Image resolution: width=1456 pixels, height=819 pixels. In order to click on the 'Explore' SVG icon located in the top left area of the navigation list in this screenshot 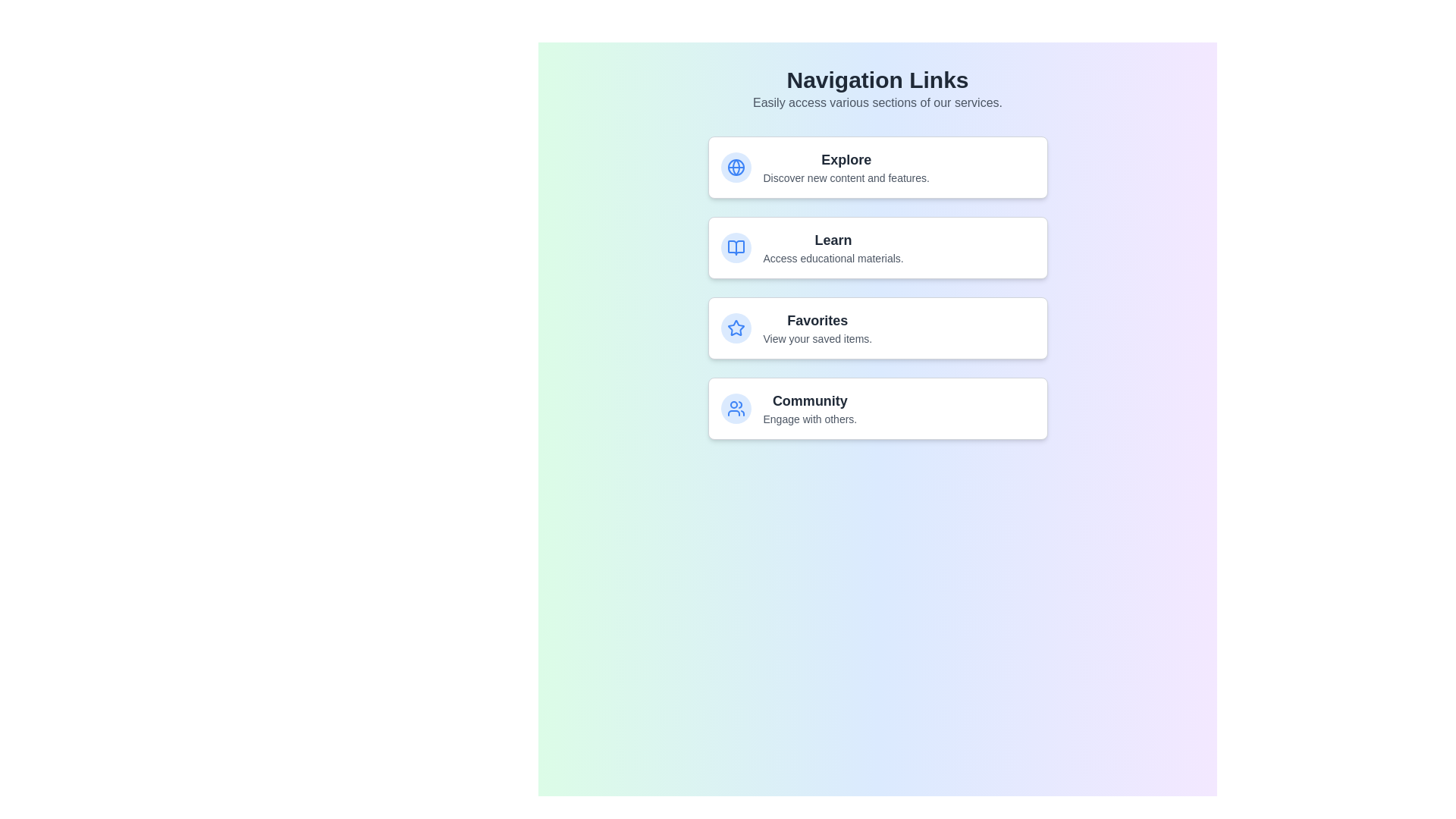, I will do `click(736, 167)`.